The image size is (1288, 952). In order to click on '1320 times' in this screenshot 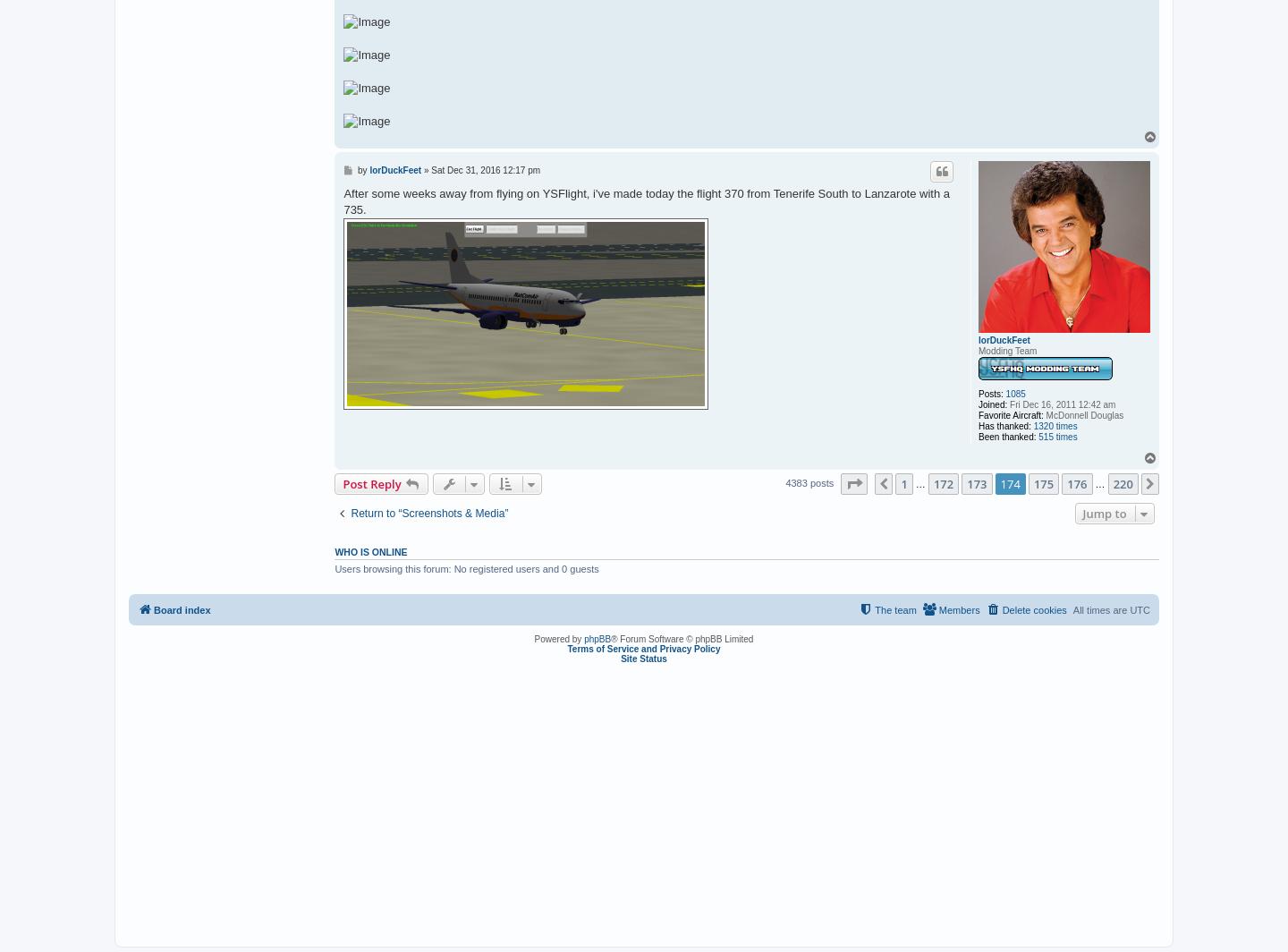, I will do `click(1055, 425)`.